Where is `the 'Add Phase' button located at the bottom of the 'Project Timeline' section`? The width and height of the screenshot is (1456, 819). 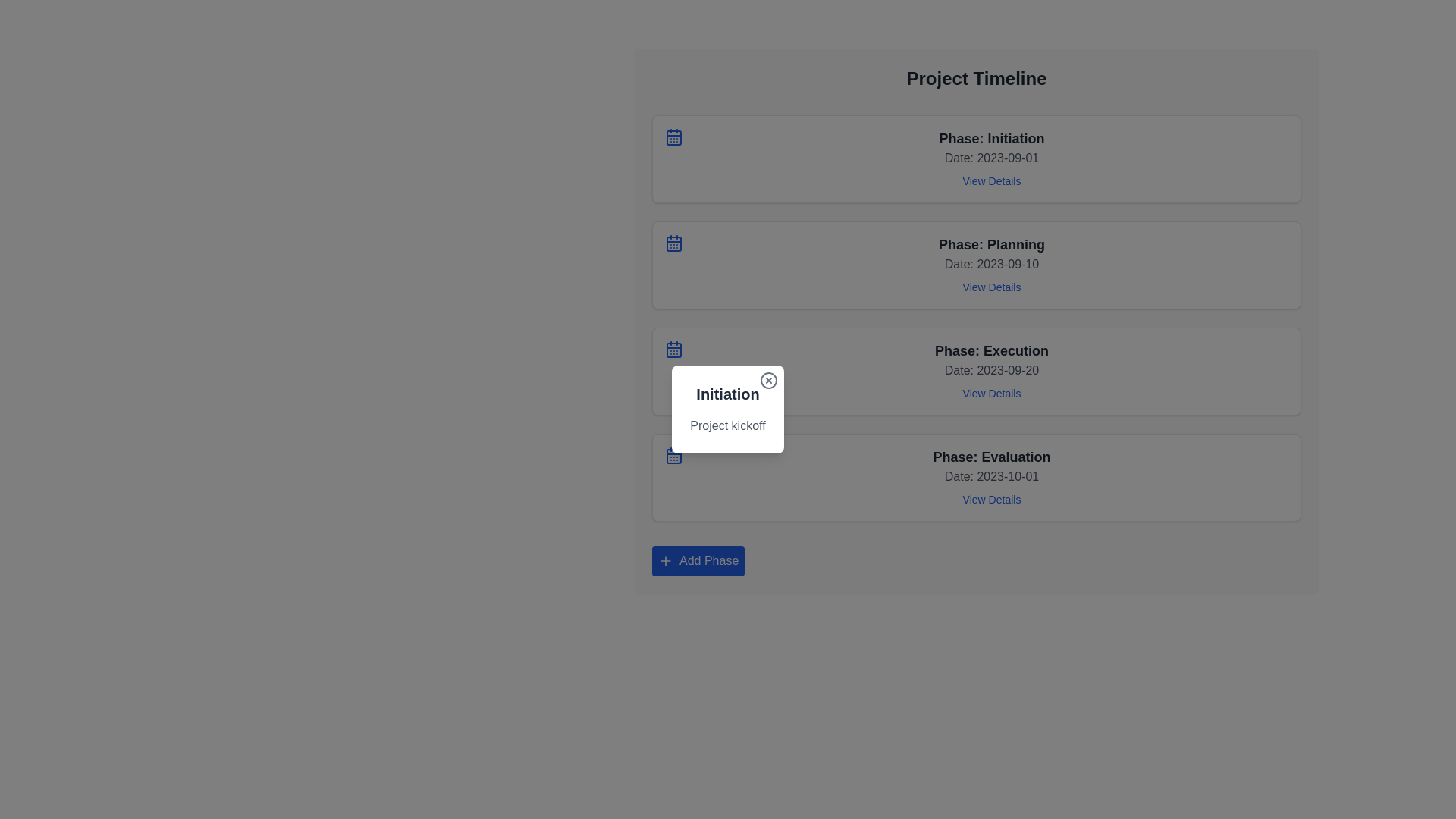 the 'Add Phase' button located at the bottom of the 'Project Timeline' section is located at coordinates (698, 561).